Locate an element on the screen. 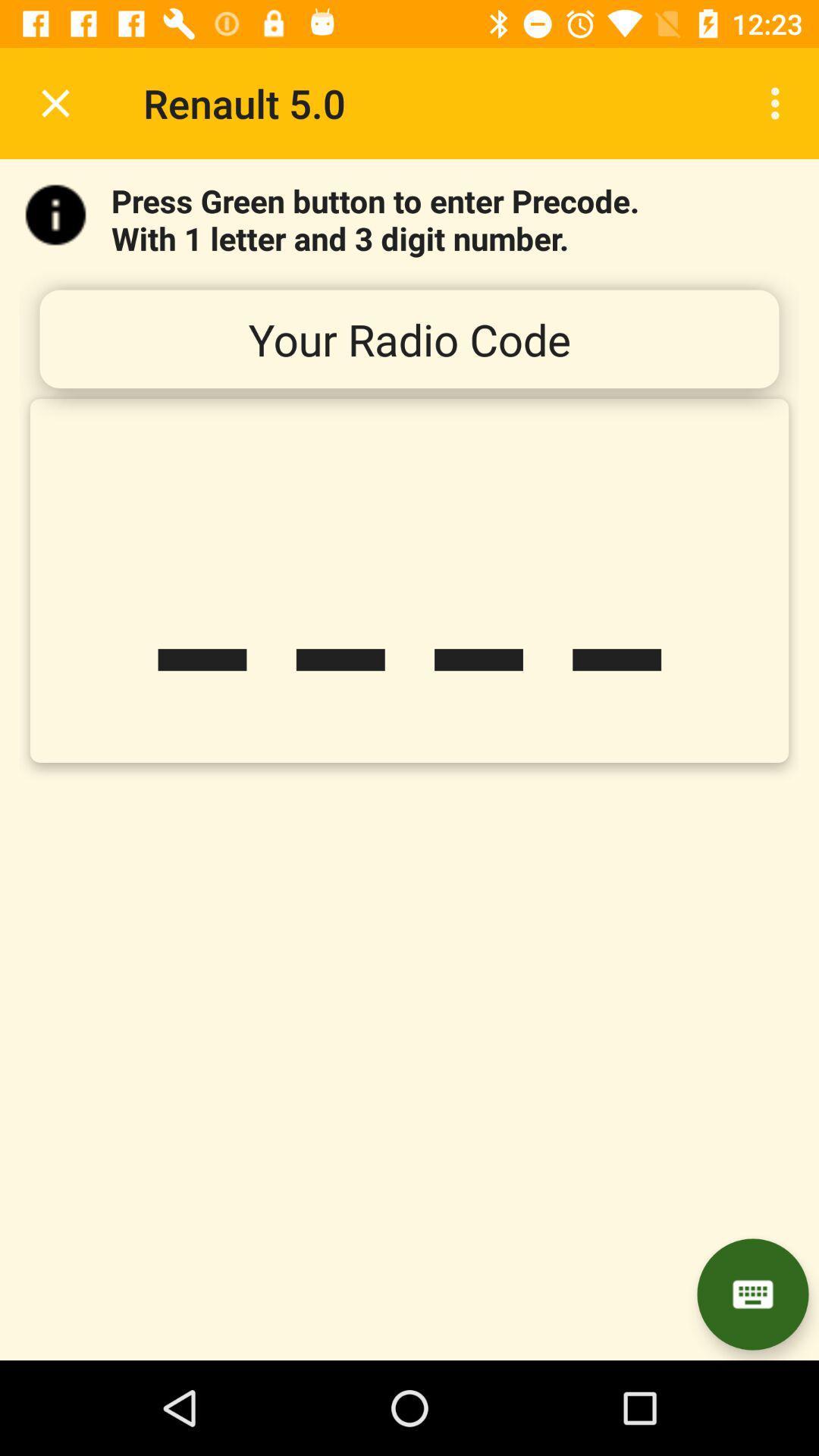 The image size is (819, 1456). icon next to the renault 5.0 is located at coordinates (55, 102).